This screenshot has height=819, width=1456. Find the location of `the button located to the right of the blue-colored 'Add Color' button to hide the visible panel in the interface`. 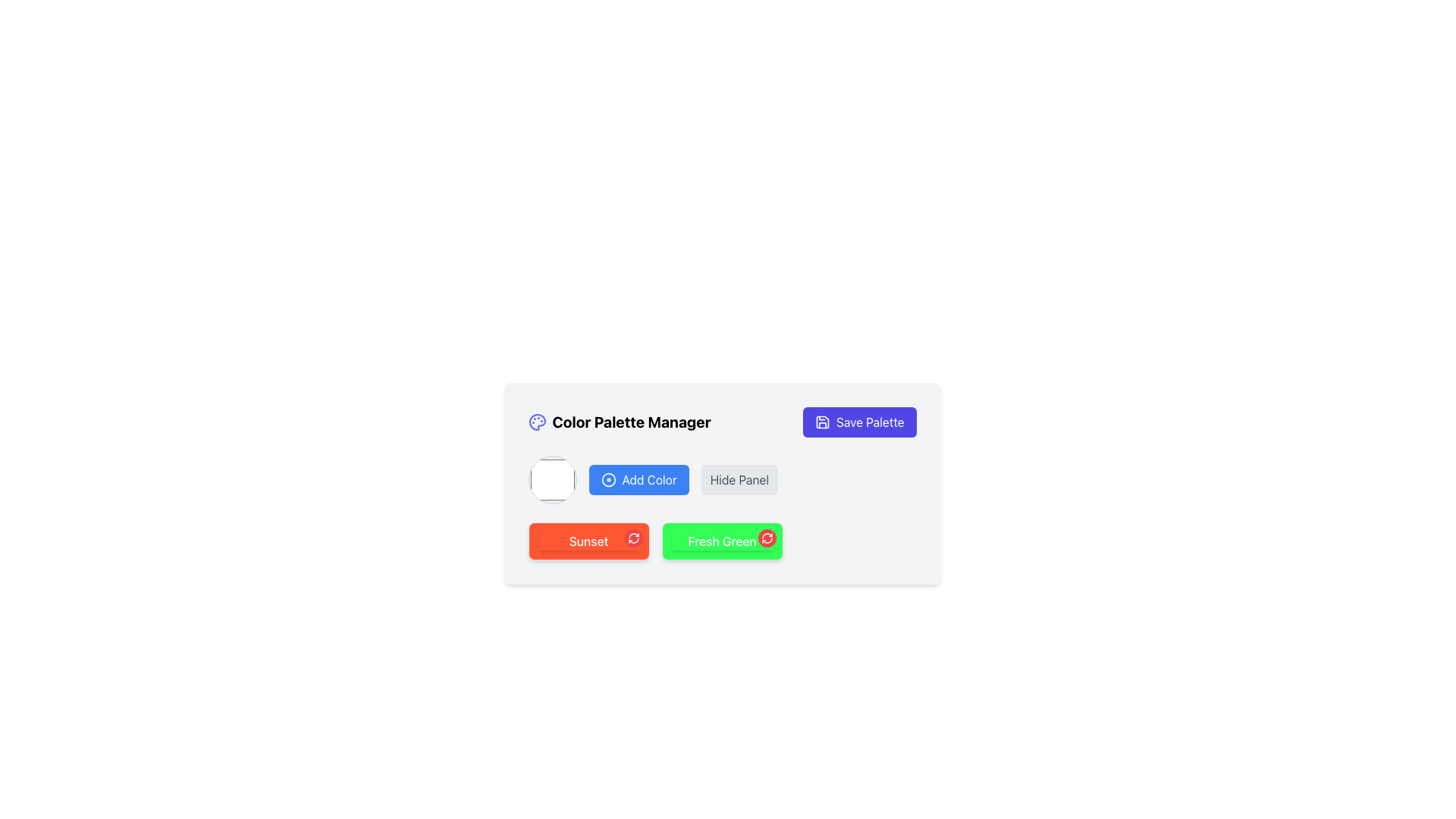

the button located to the right of the blue-colored 'Add Color' button to hide the visible panel in the interface is located at coordinates (739, 479).